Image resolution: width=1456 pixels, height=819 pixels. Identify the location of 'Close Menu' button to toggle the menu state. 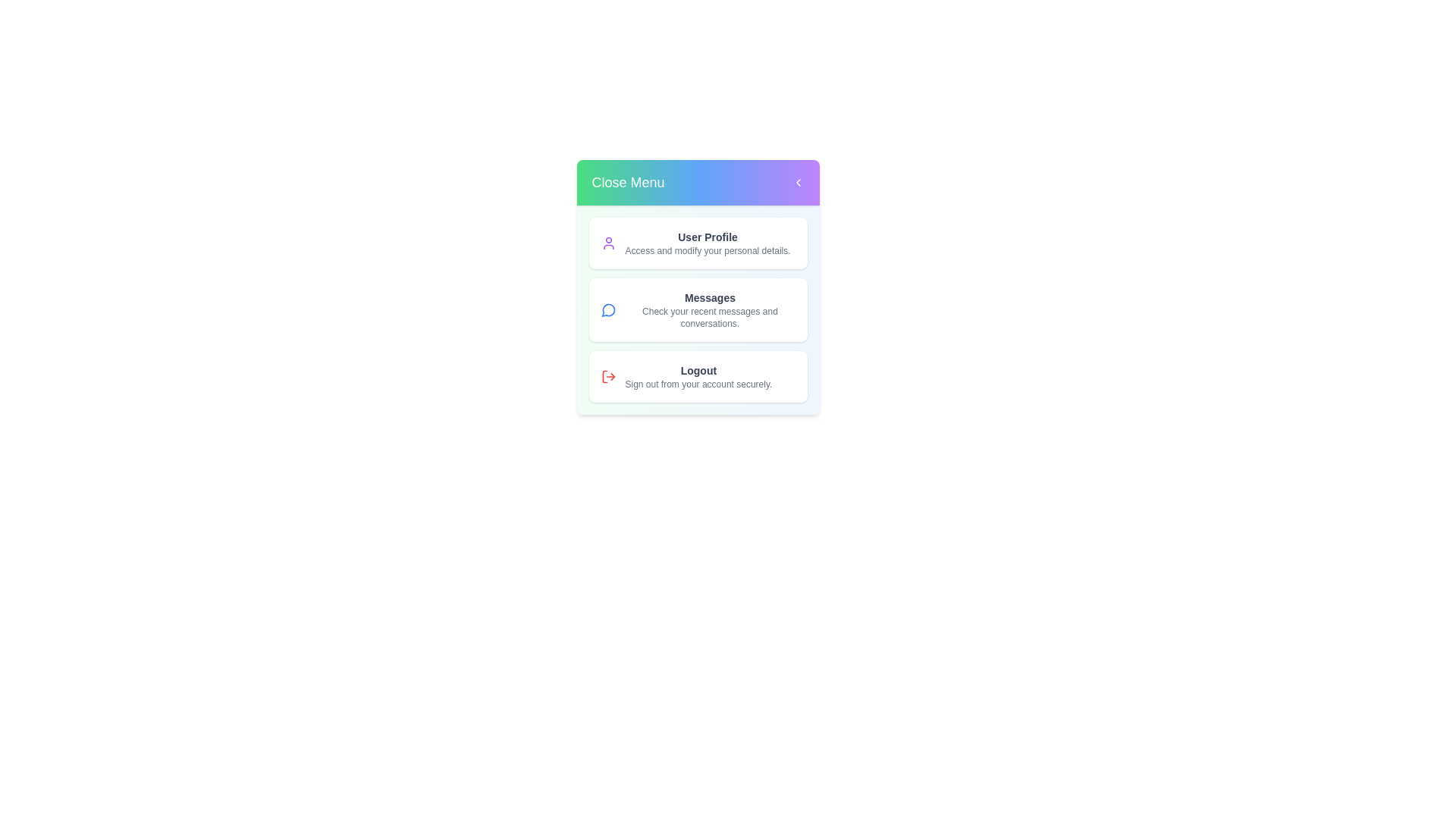
(697, 181).